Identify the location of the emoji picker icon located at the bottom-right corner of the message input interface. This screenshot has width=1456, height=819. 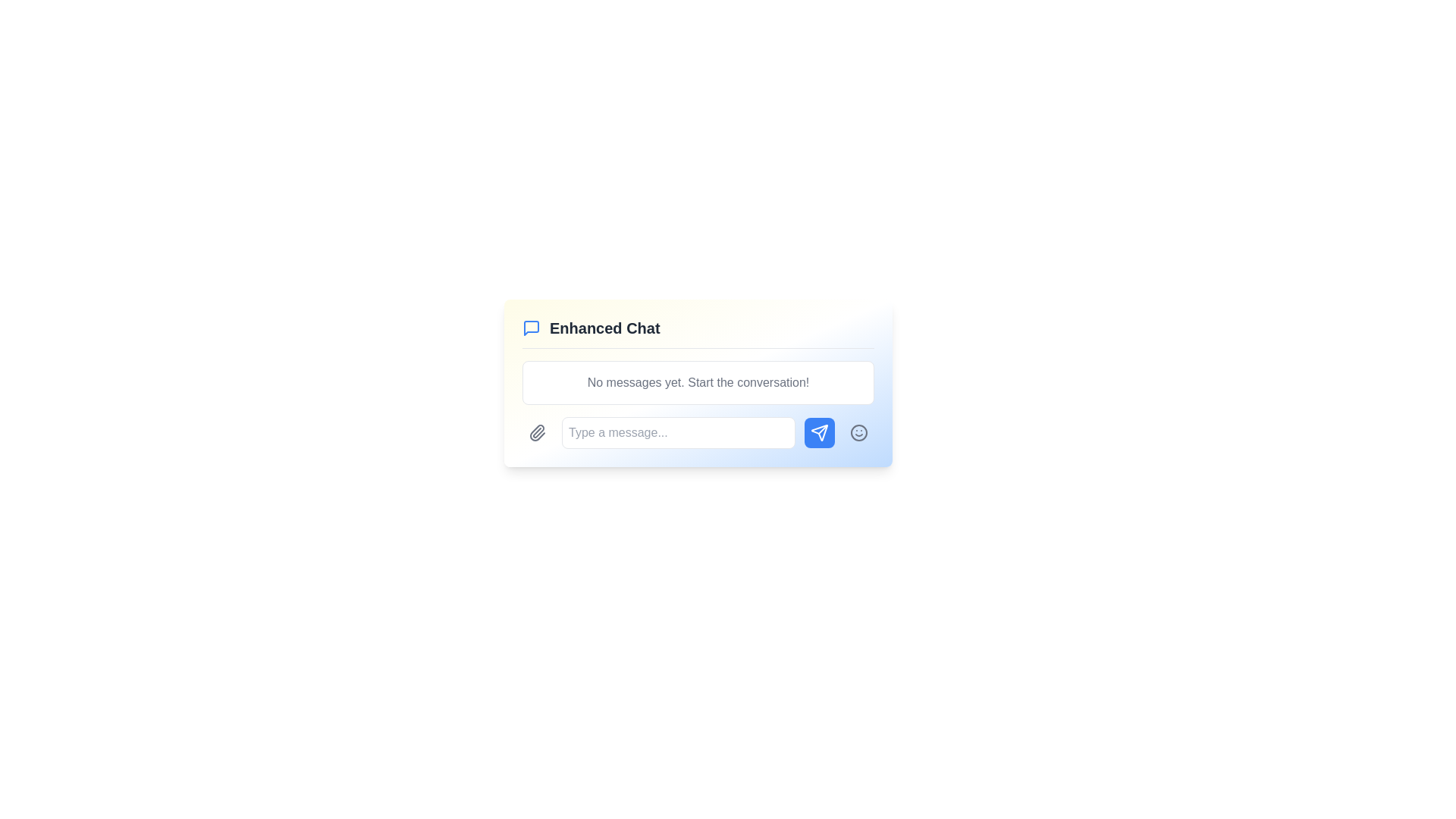
(858, 432).